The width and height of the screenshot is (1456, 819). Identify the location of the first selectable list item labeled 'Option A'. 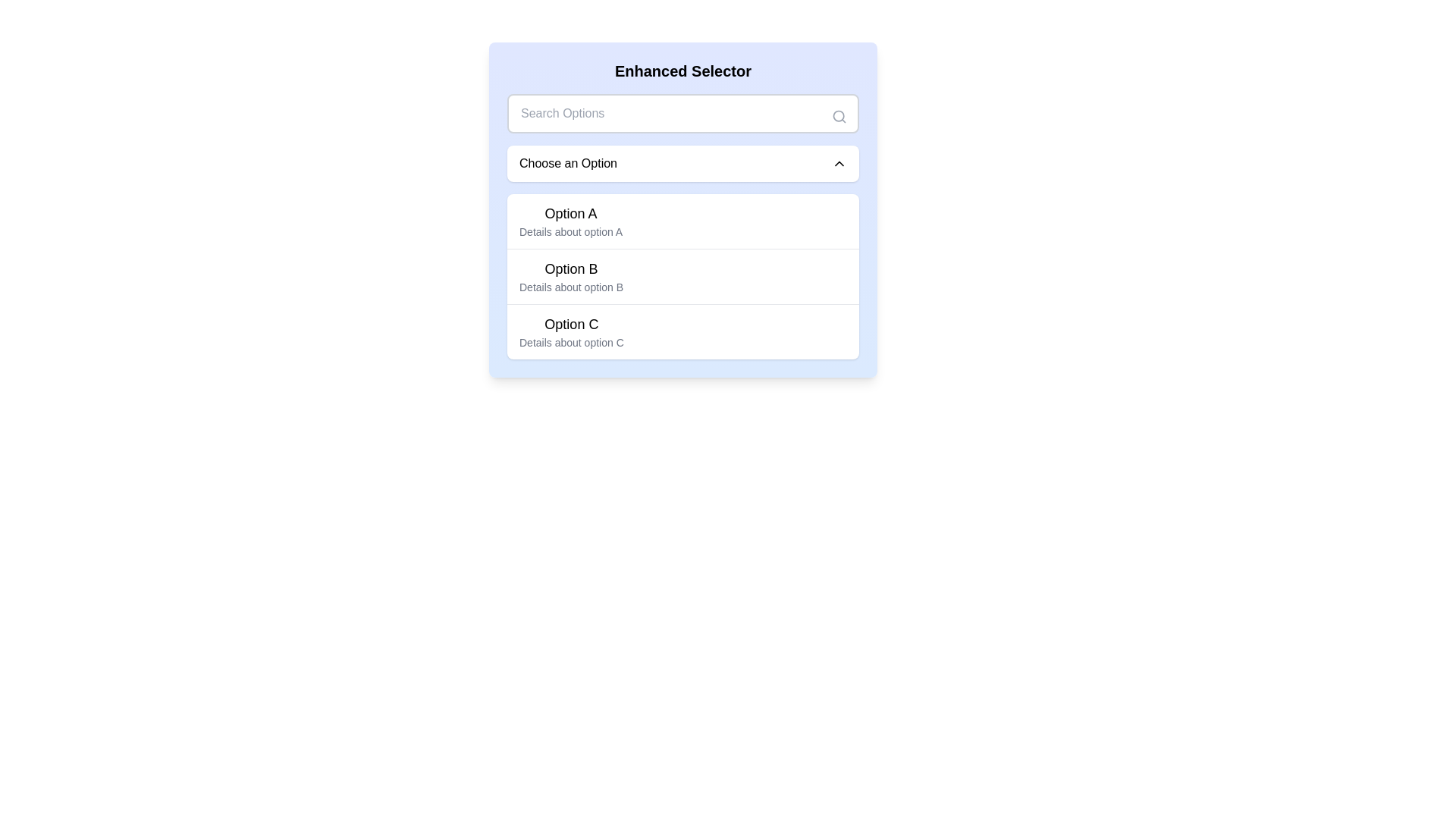
(682, 221).